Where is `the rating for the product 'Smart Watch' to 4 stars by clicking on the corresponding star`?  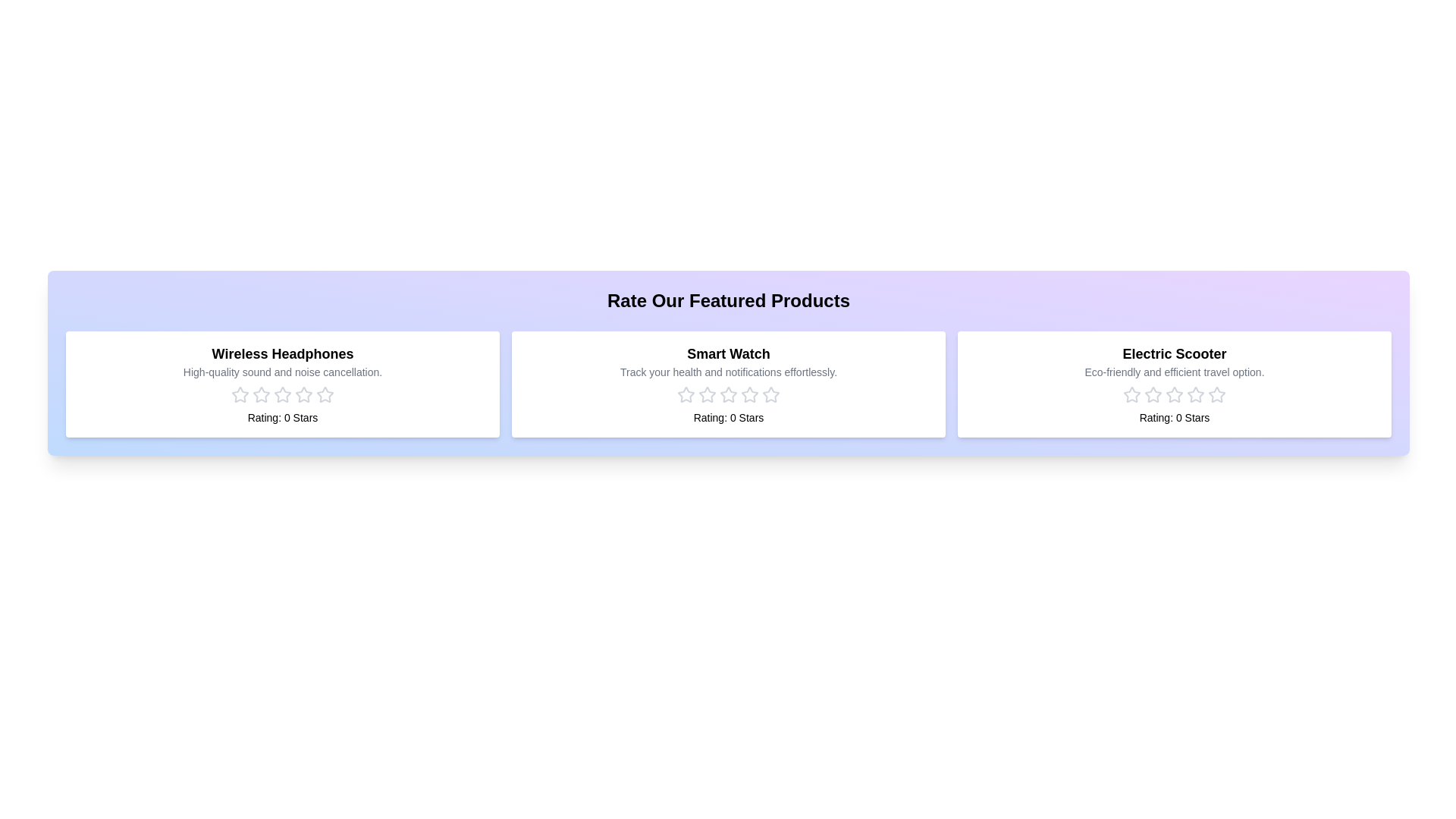
the rating for the product 'Smart Watch' to 4 stars by clicking on the corresponding star is located at coordinates (749, 394).